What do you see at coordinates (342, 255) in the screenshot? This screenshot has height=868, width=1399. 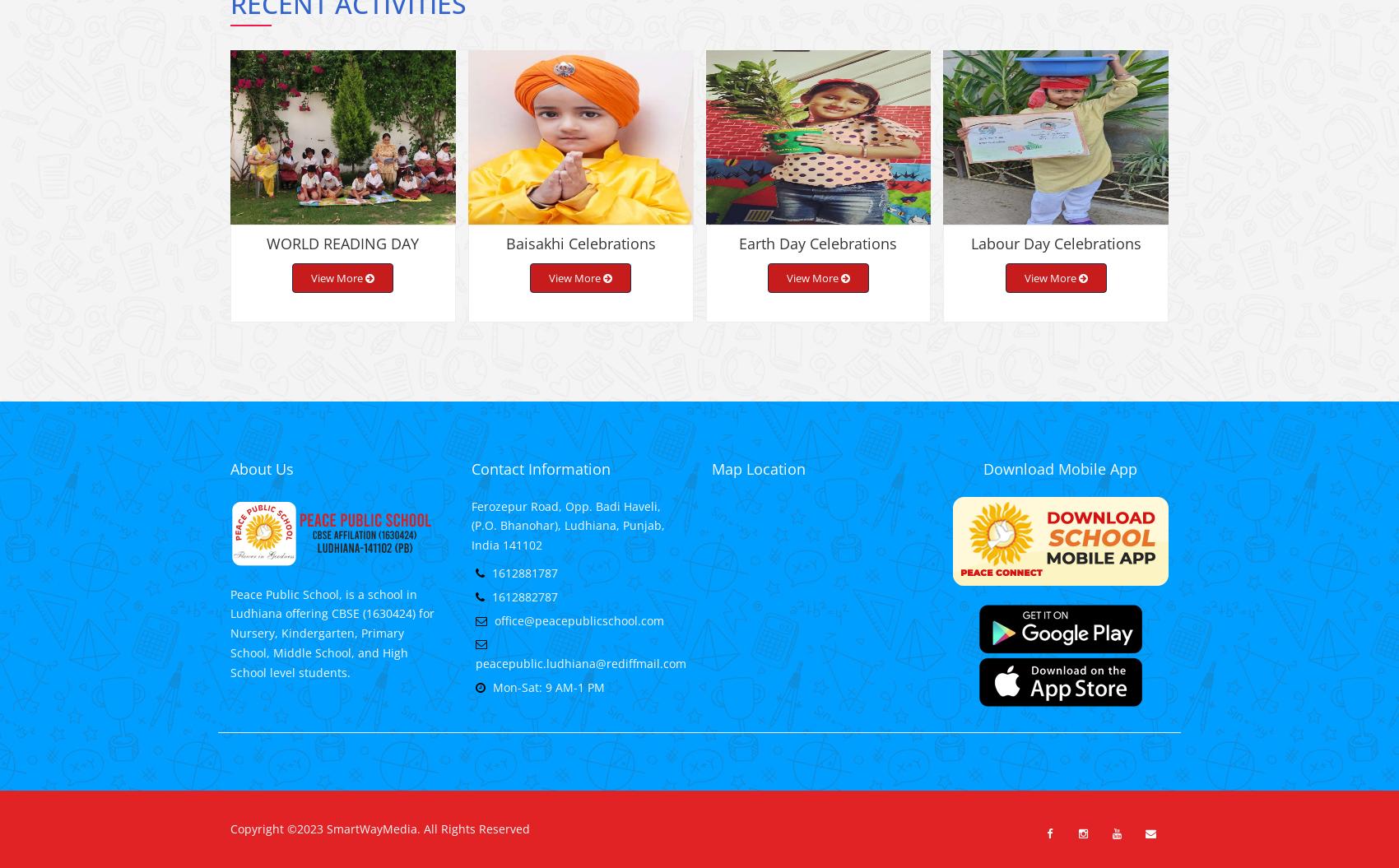 I see `'WORLD READING DAY'` at bounding box center [342, 255].